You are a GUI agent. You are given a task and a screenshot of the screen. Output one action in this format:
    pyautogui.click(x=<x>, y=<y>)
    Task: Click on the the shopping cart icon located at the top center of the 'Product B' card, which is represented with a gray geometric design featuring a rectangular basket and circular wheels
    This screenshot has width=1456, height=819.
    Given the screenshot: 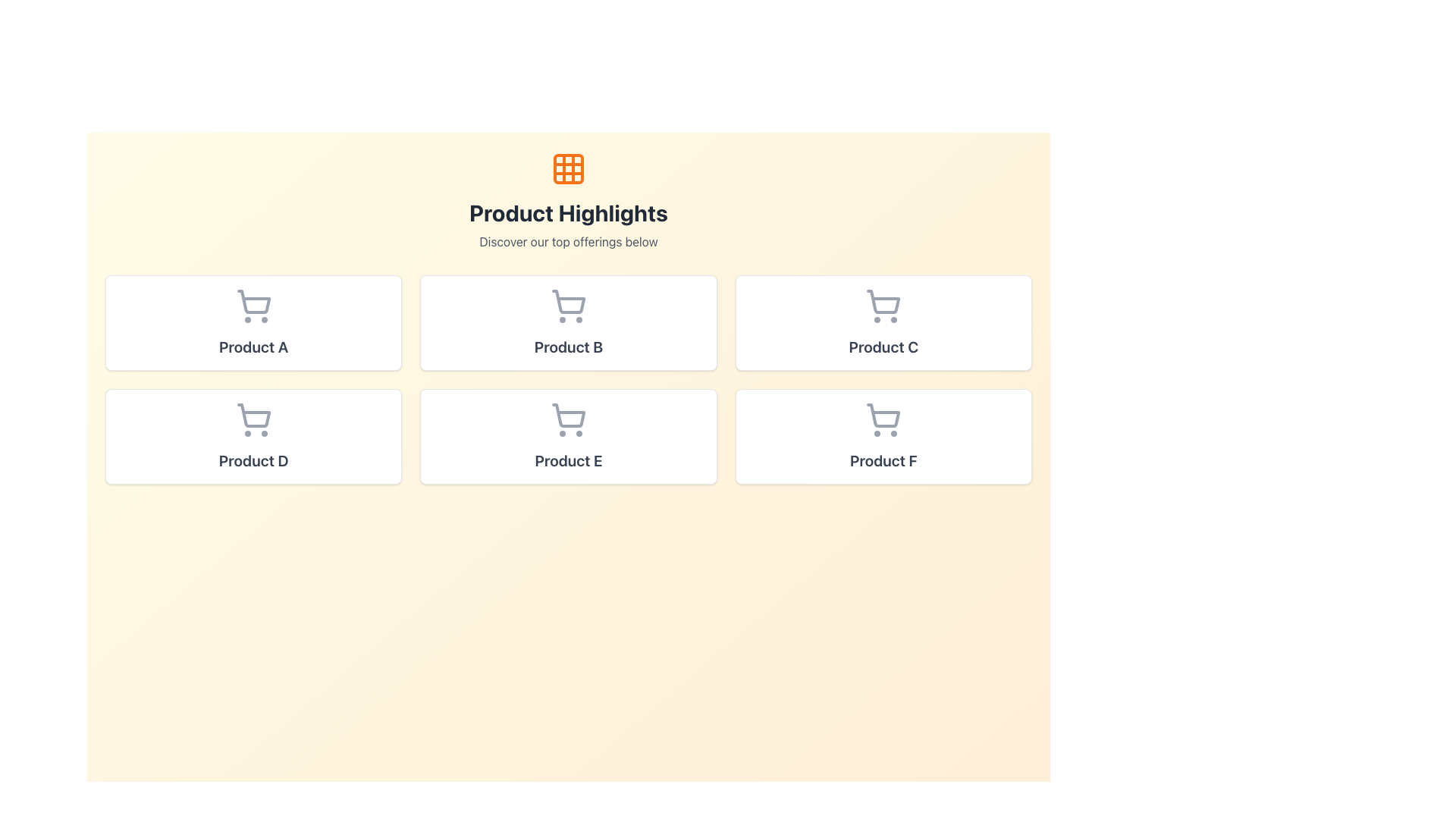 What is the action you would take?
    pyautogui.click(x=567, y=306)
    